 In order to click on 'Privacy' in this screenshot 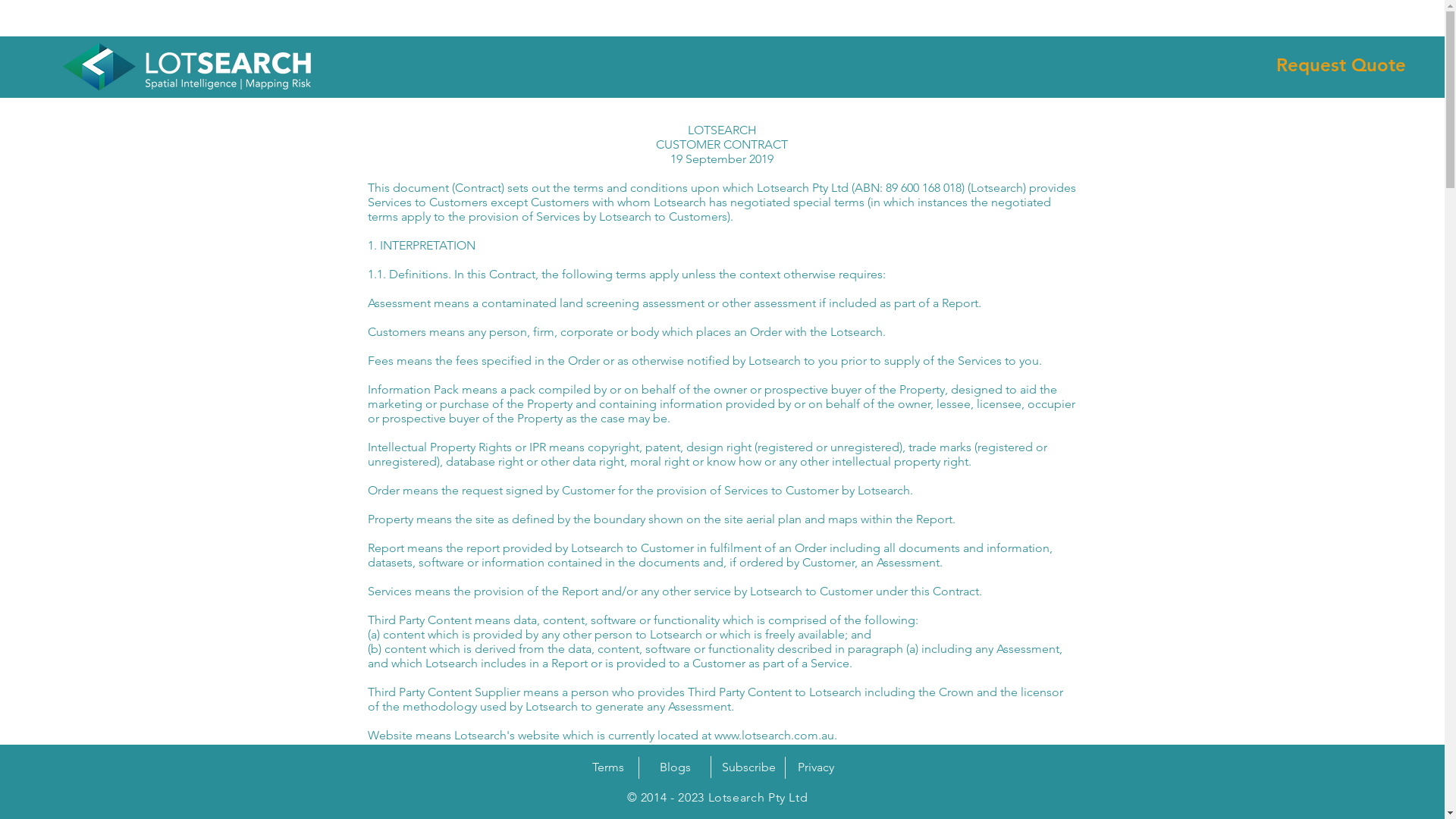, I will do `click(814, 767)`.